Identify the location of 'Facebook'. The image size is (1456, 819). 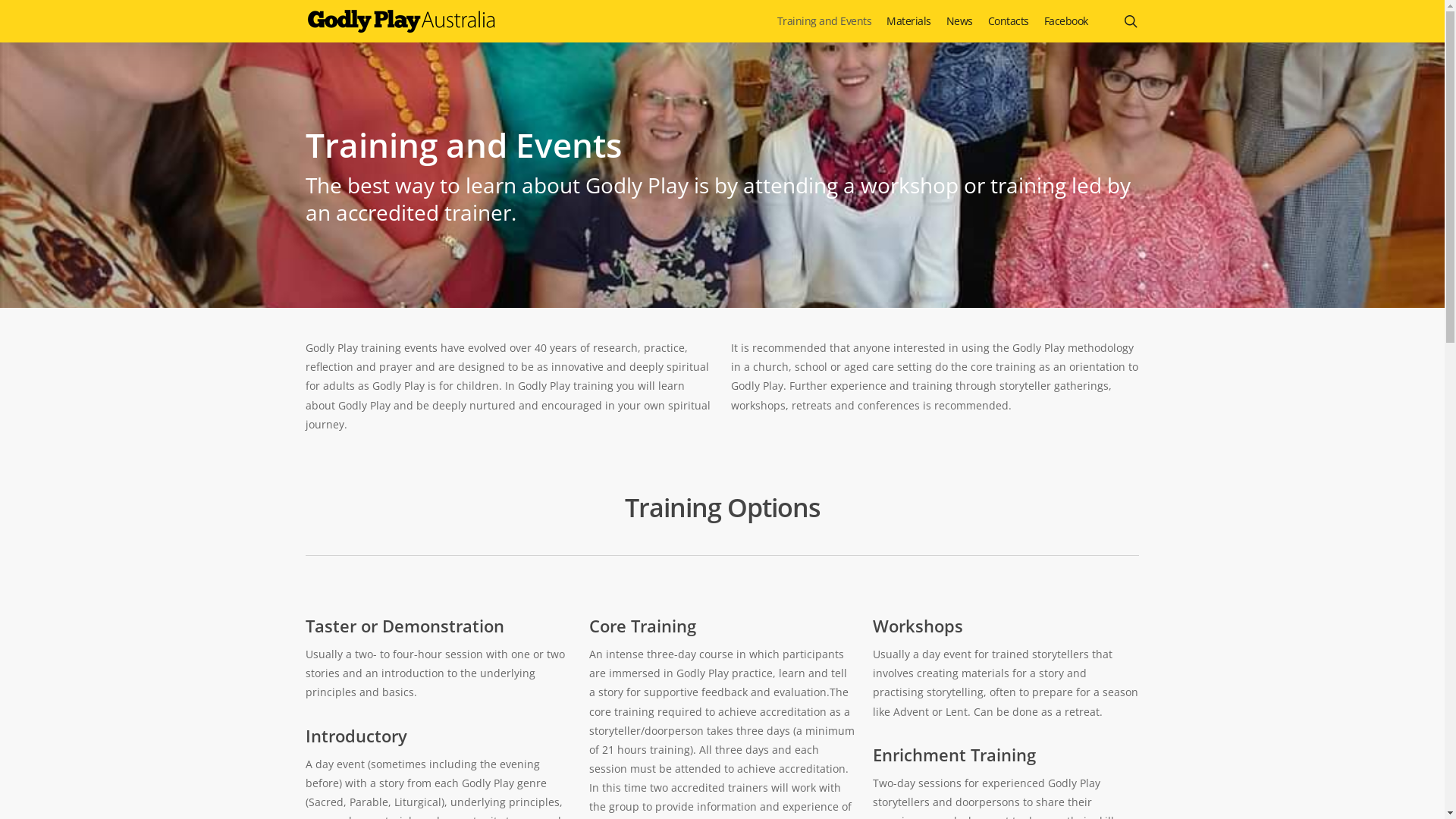
(1065, 20).